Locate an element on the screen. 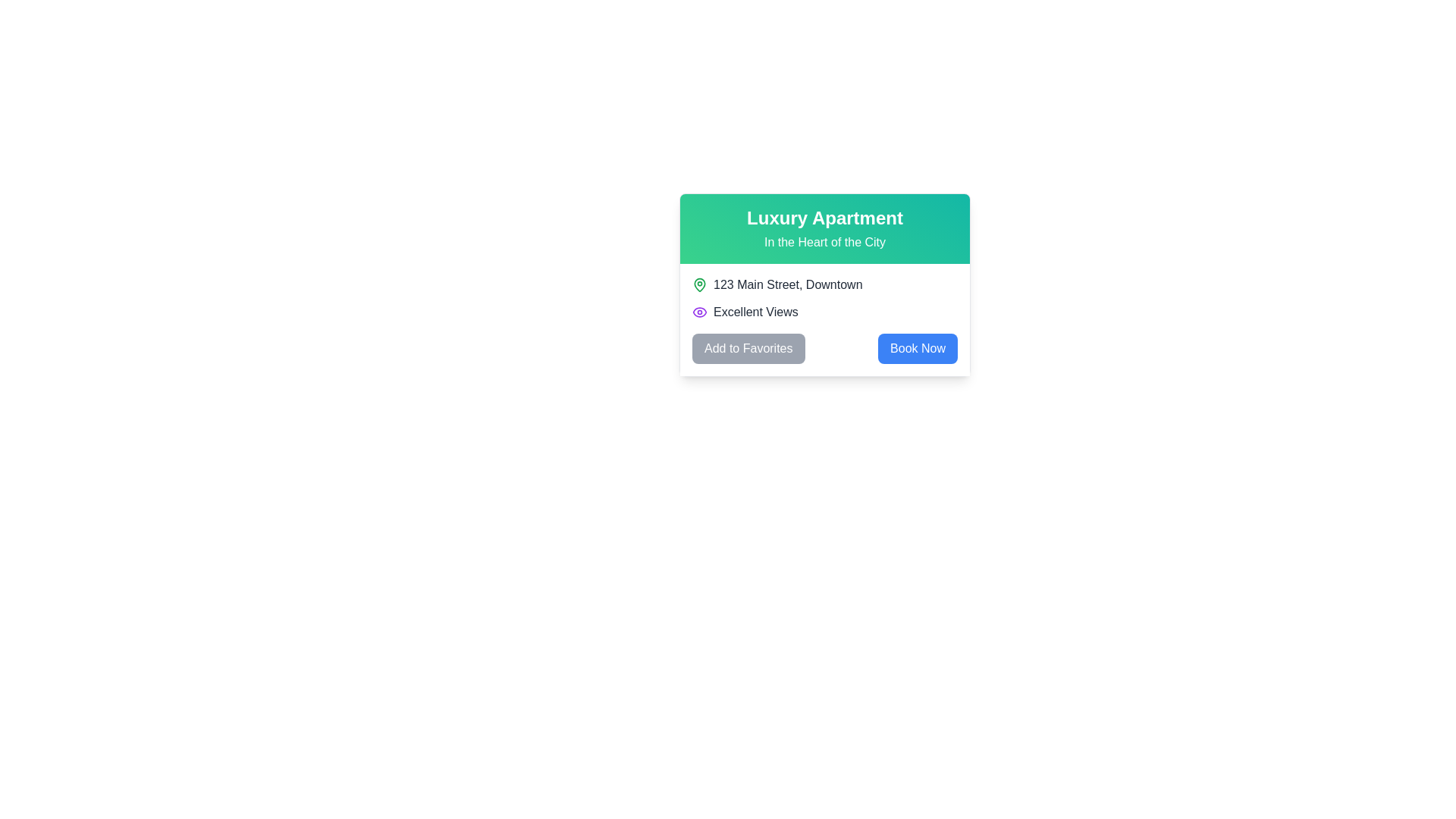 This screenshot has width=1456, height=819. the eye-shaped icon with a purple outline, which is positioned to the left of the text 'Excellent Views' in the second row of the card layout is located at coordinates (698, 312).